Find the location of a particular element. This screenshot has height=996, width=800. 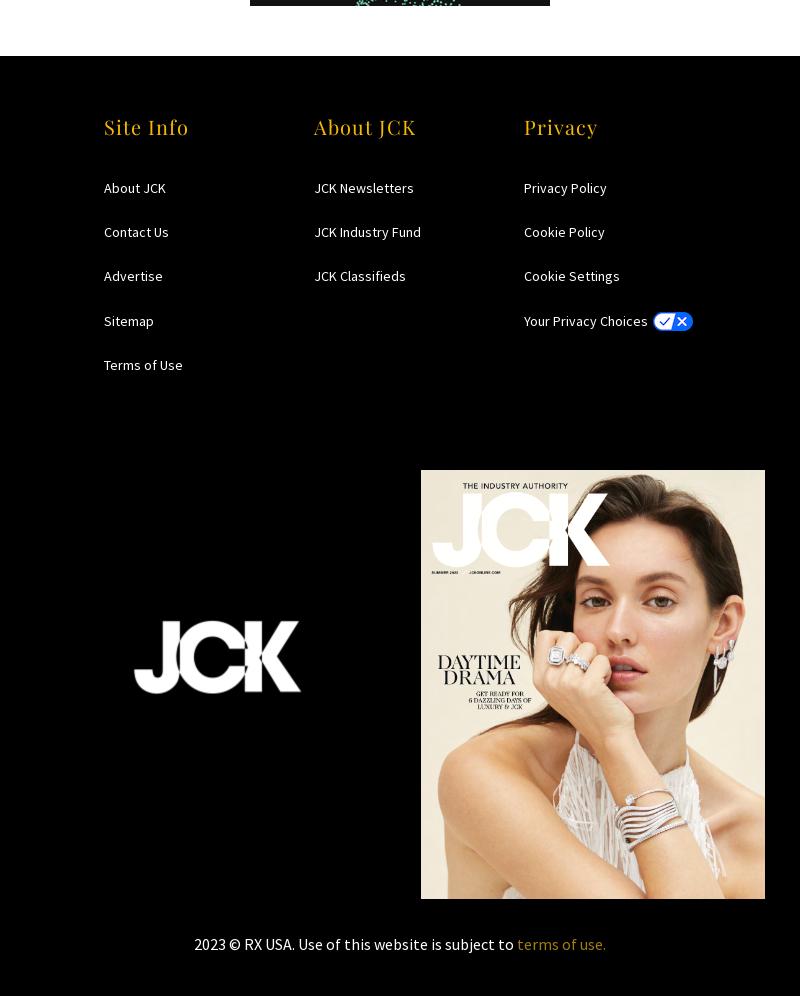

'JCK Newsletters' is located at coordinates (364, 188).